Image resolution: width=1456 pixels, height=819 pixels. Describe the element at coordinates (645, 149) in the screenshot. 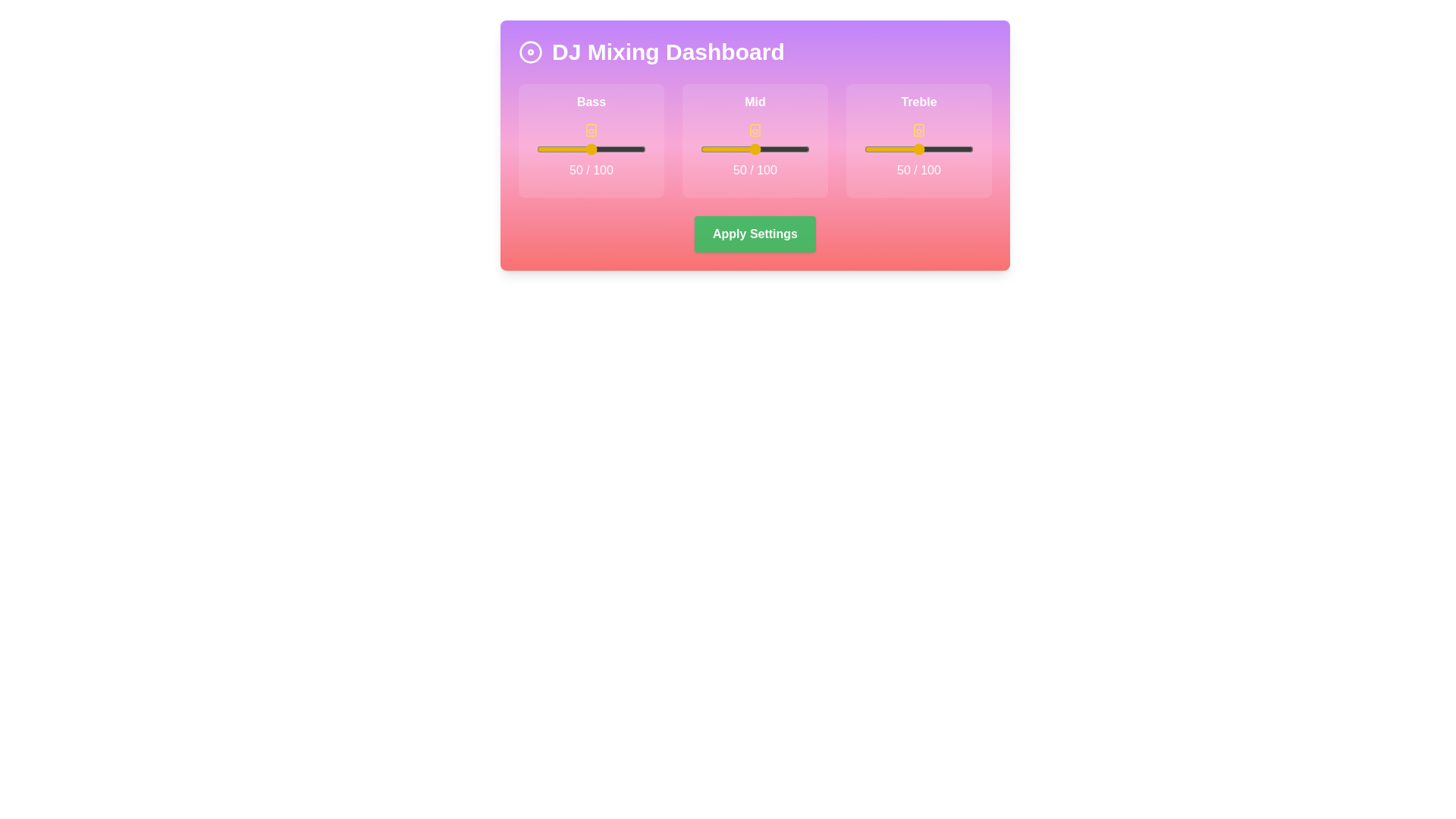

I see `the bass slider to set its value to 99` at that location.